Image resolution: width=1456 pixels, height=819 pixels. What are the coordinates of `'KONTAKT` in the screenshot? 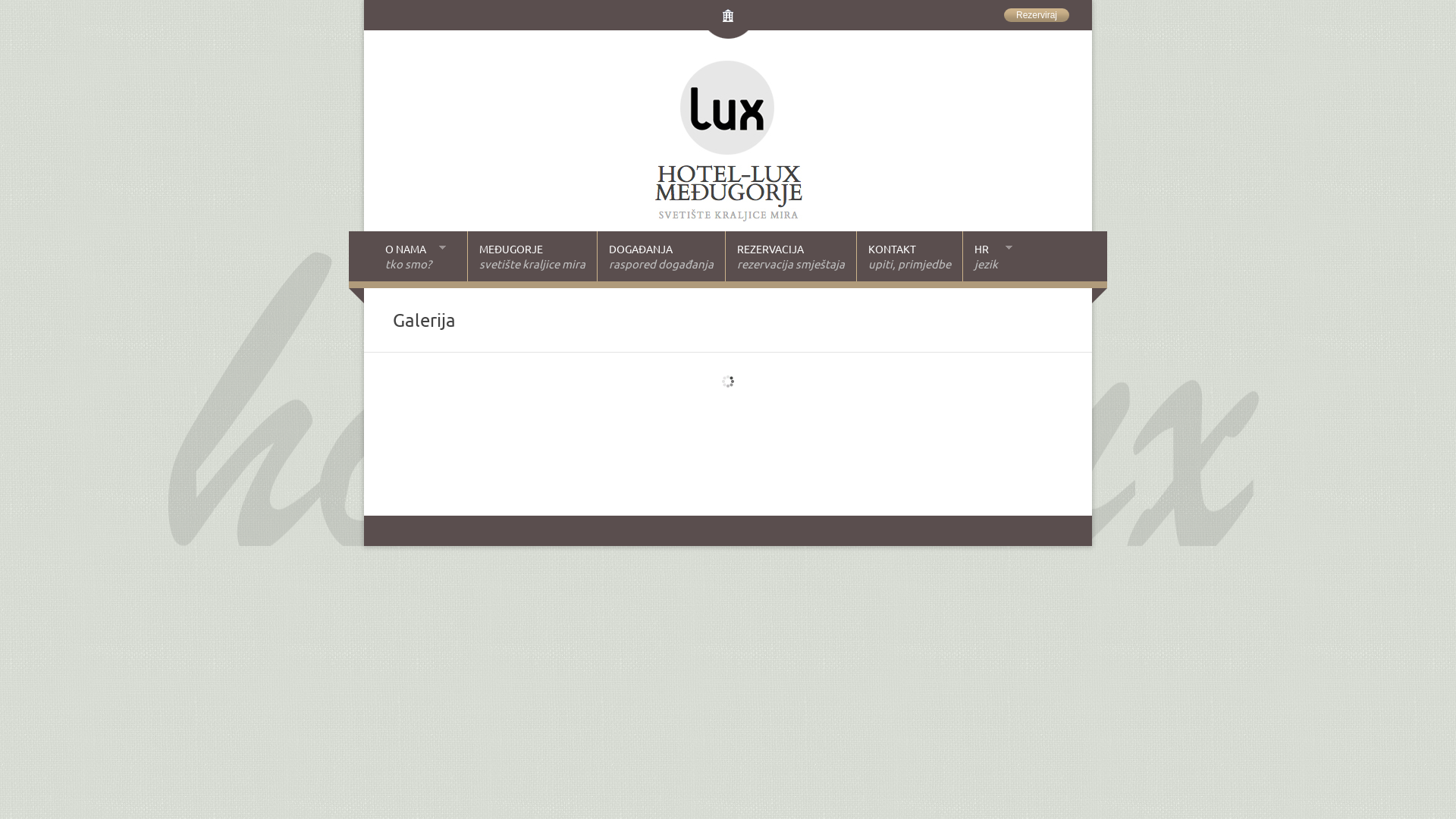 It's located at (908, 256).